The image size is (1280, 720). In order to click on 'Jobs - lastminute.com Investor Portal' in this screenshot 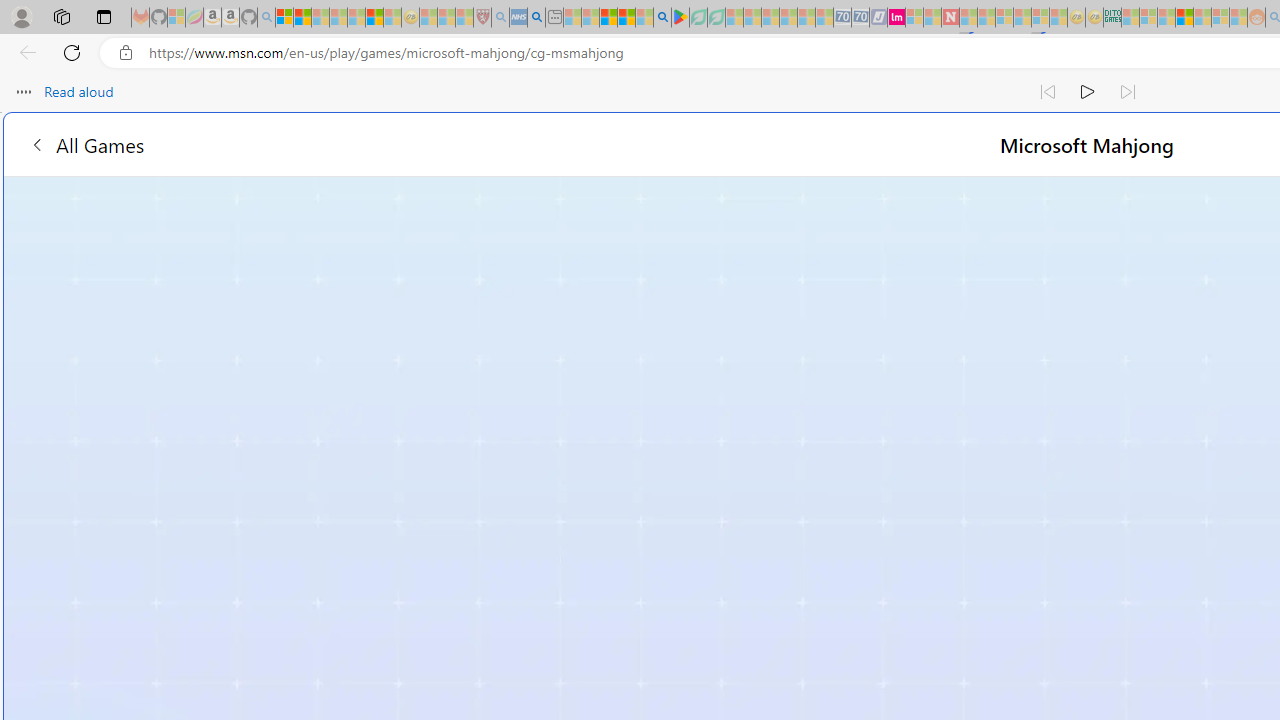, I will do `click(895, 17)`.